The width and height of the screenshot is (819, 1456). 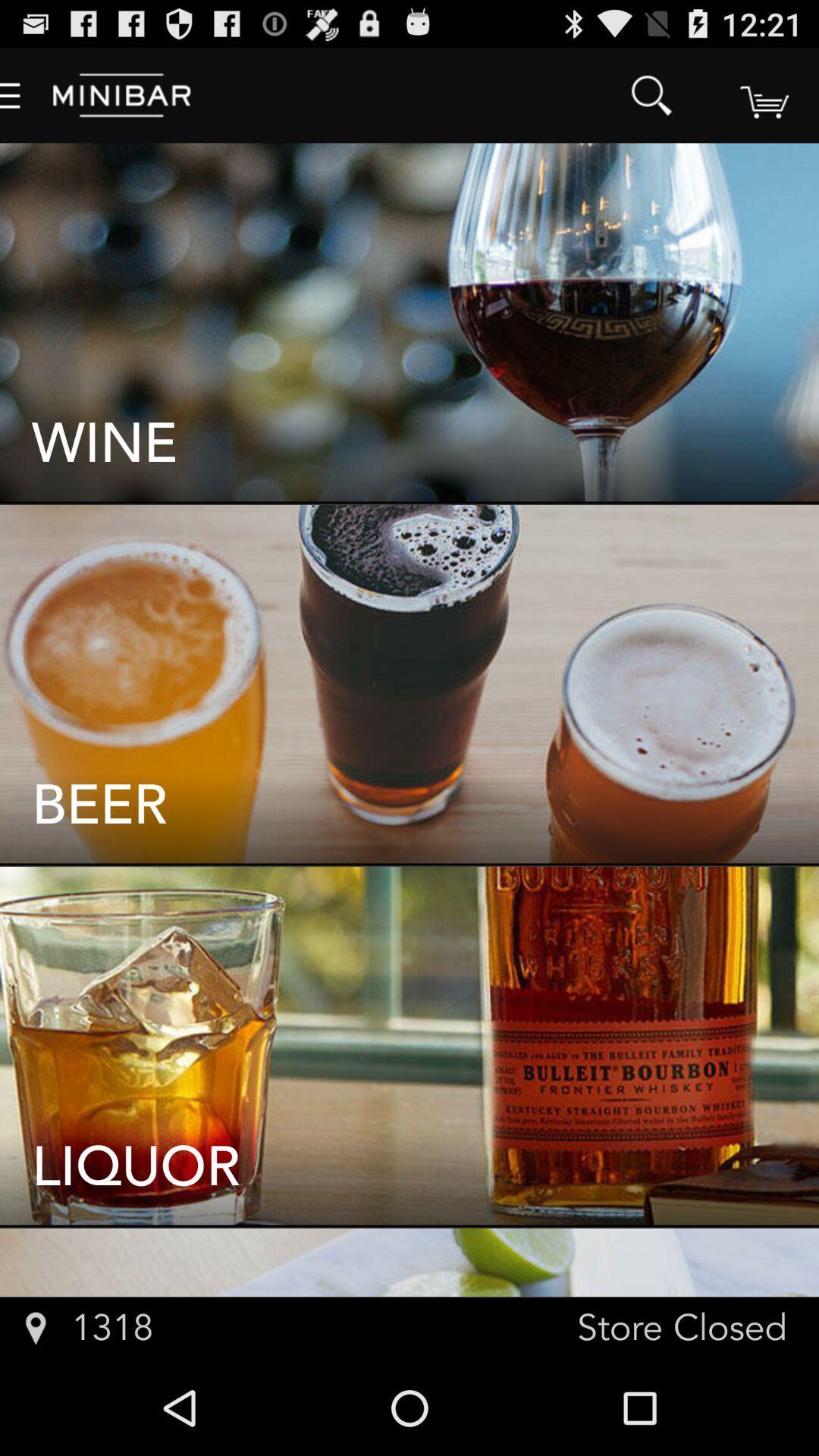 I want to click on share of article, so click(x=763, y=94).